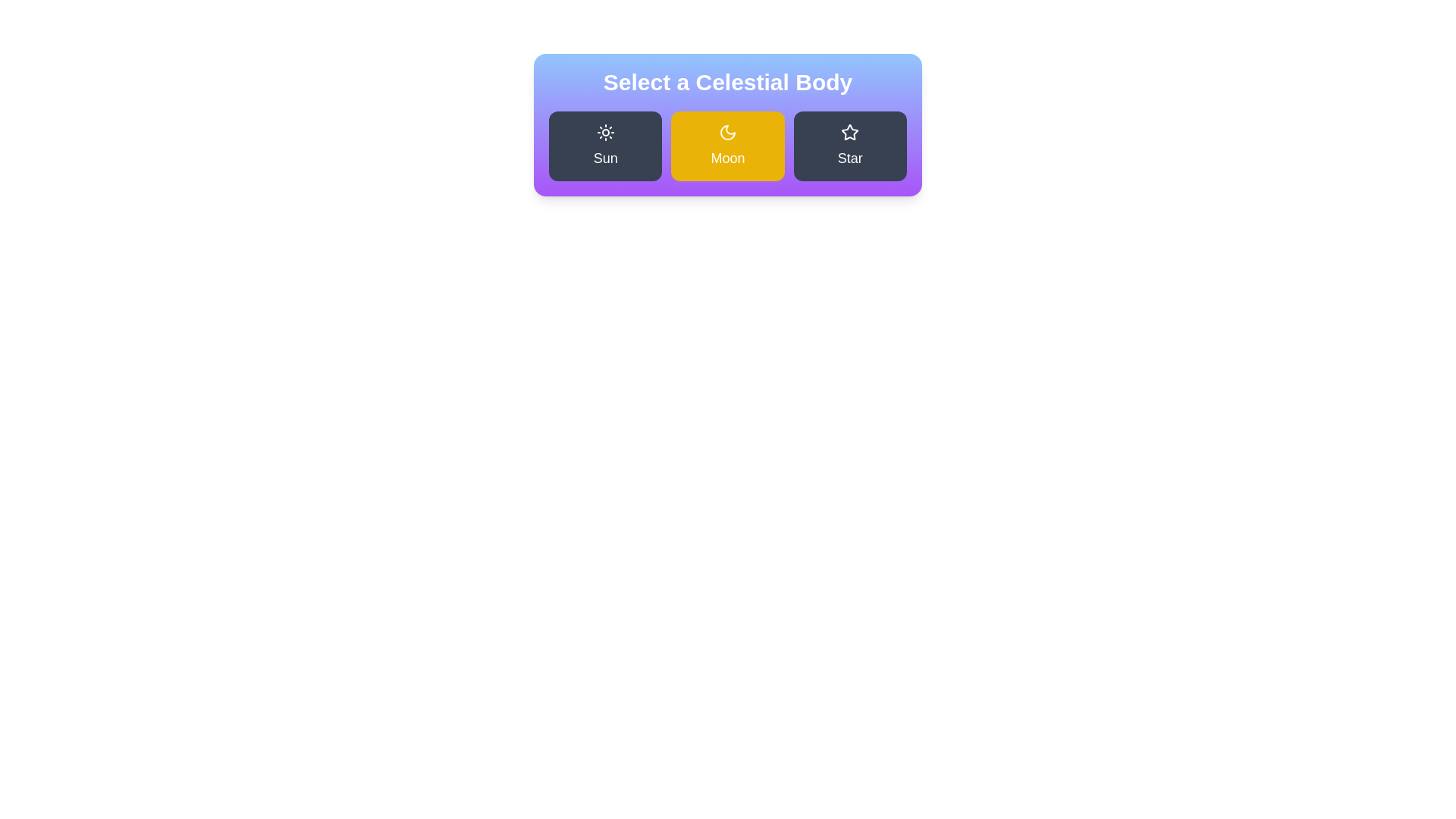  I want to click on the celestial body icon Star, so click(850, 146).